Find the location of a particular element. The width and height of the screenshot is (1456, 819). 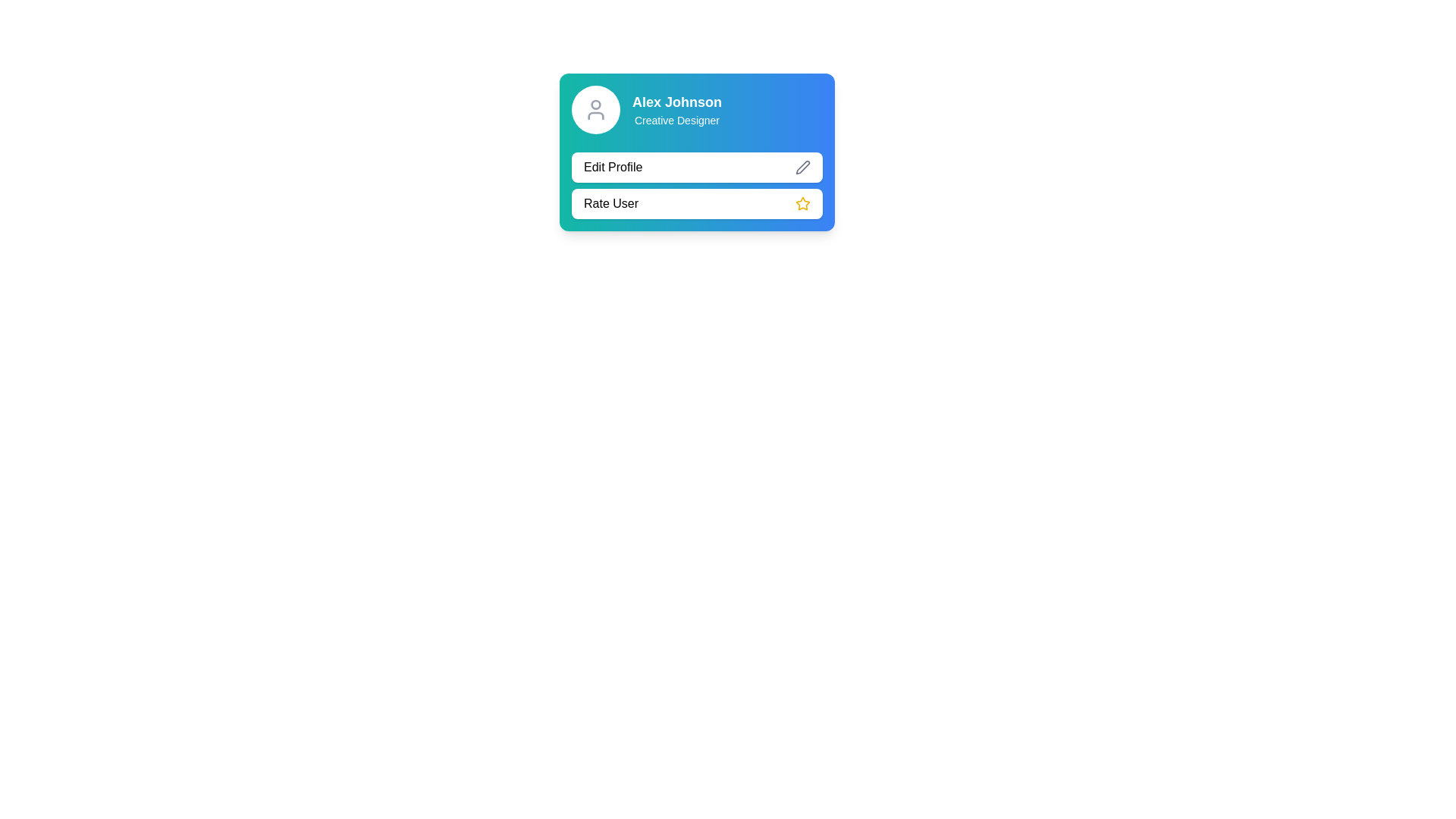

the yellow star icon located to the right of the 'Rate User' label is located at coordinates (802, 203).